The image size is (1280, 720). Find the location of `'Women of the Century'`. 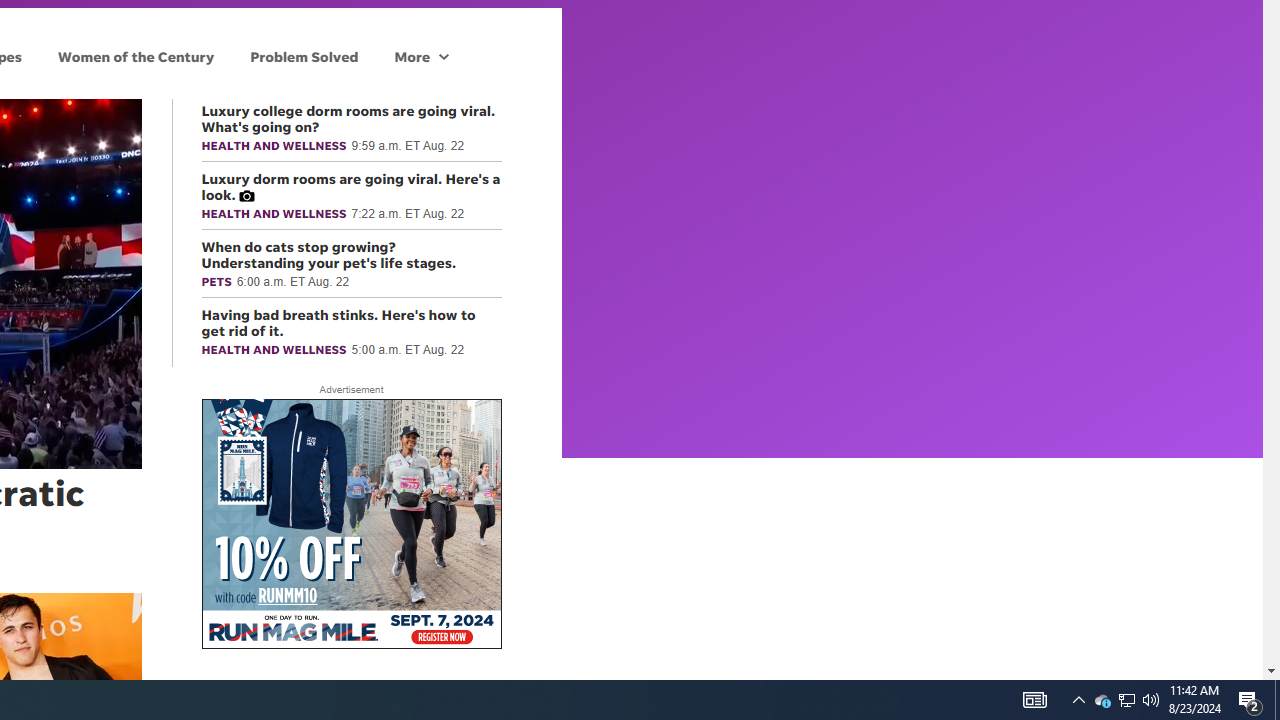

'Women of the Century' is located at coordinates (135, 55).